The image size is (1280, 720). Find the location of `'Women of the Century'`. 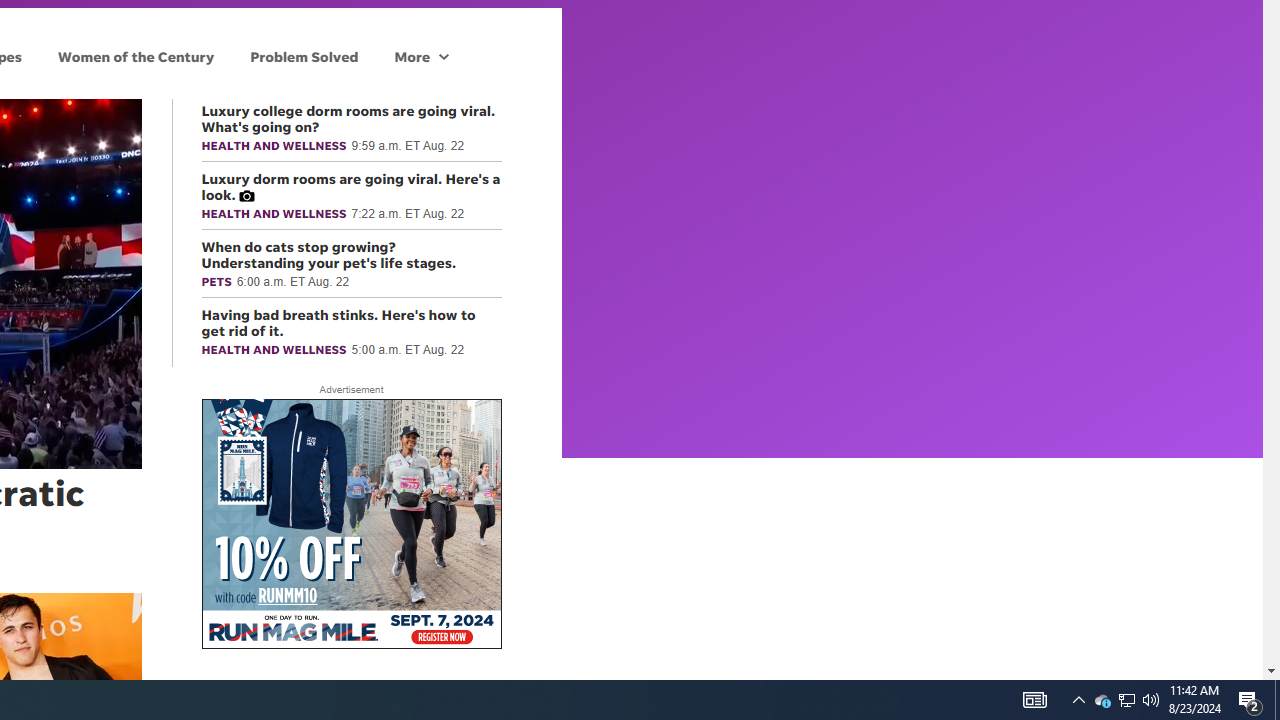

'Women of the Century' is located at coordinates (135, 55).